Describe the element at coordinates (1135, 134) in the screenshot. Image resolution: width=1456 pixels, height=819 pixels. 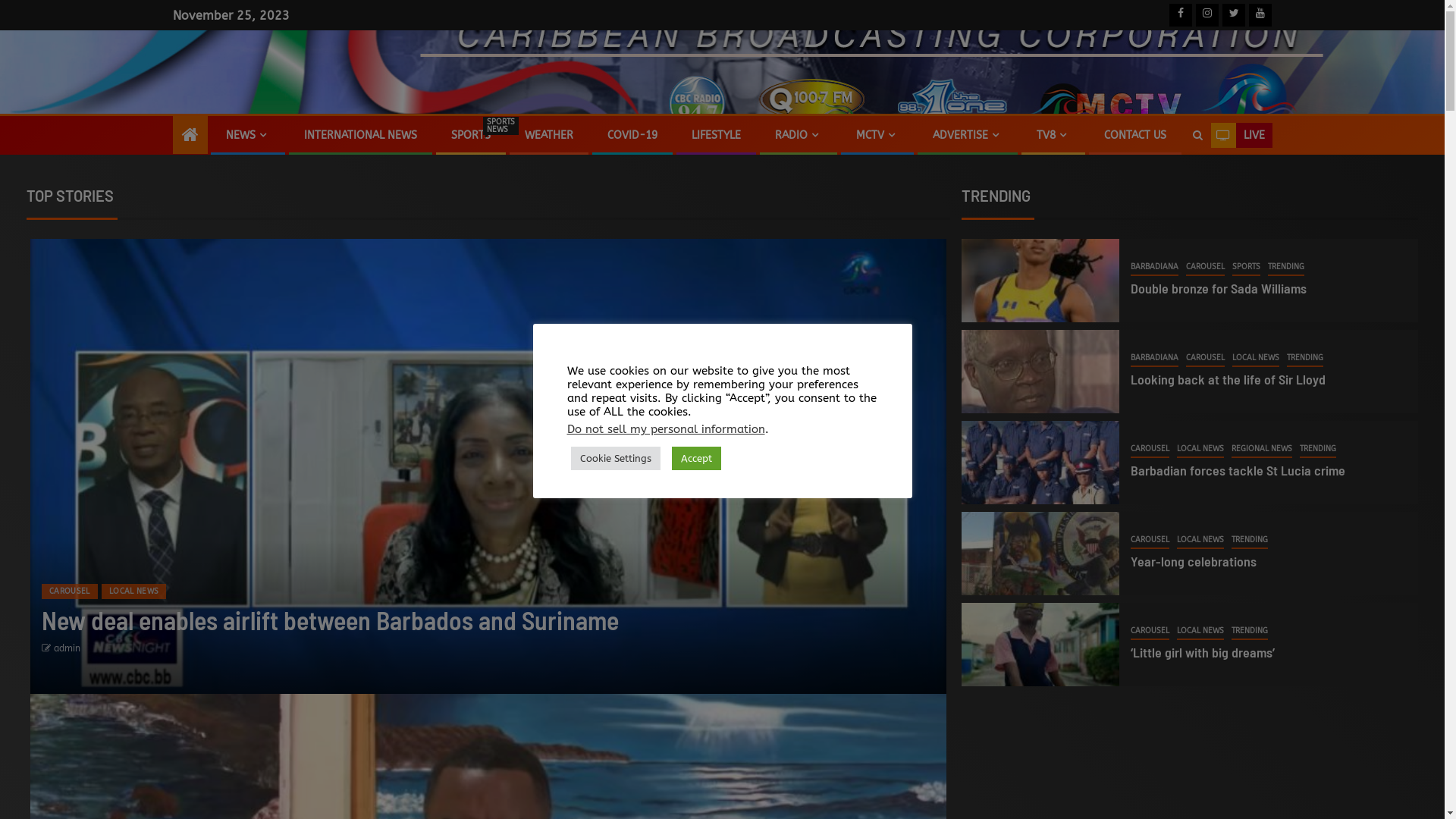
I see `'CONTACT US'` at that location.